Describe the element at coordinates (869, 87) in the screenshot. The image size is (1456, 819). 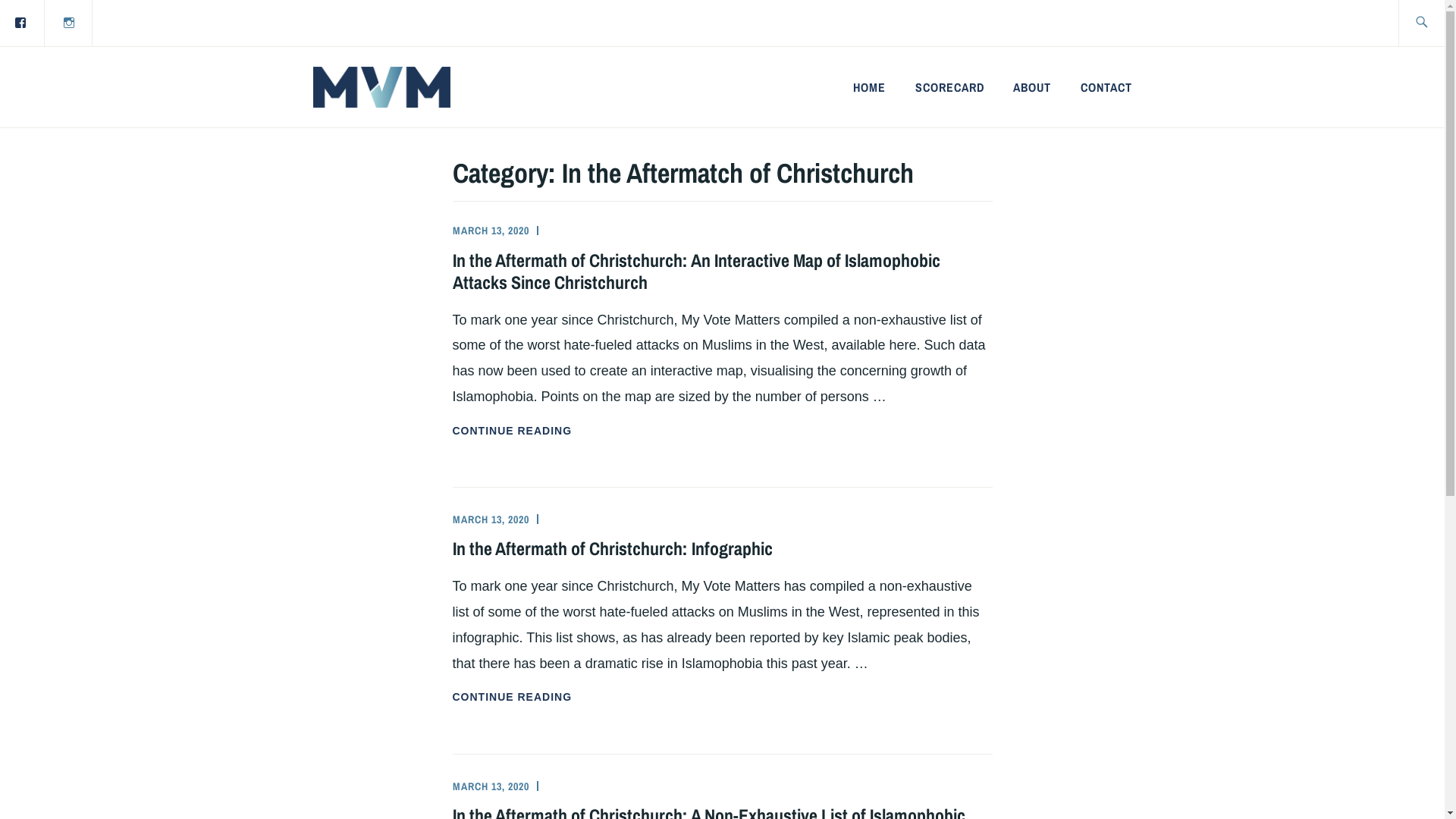
I see `'HOME'` at that location.